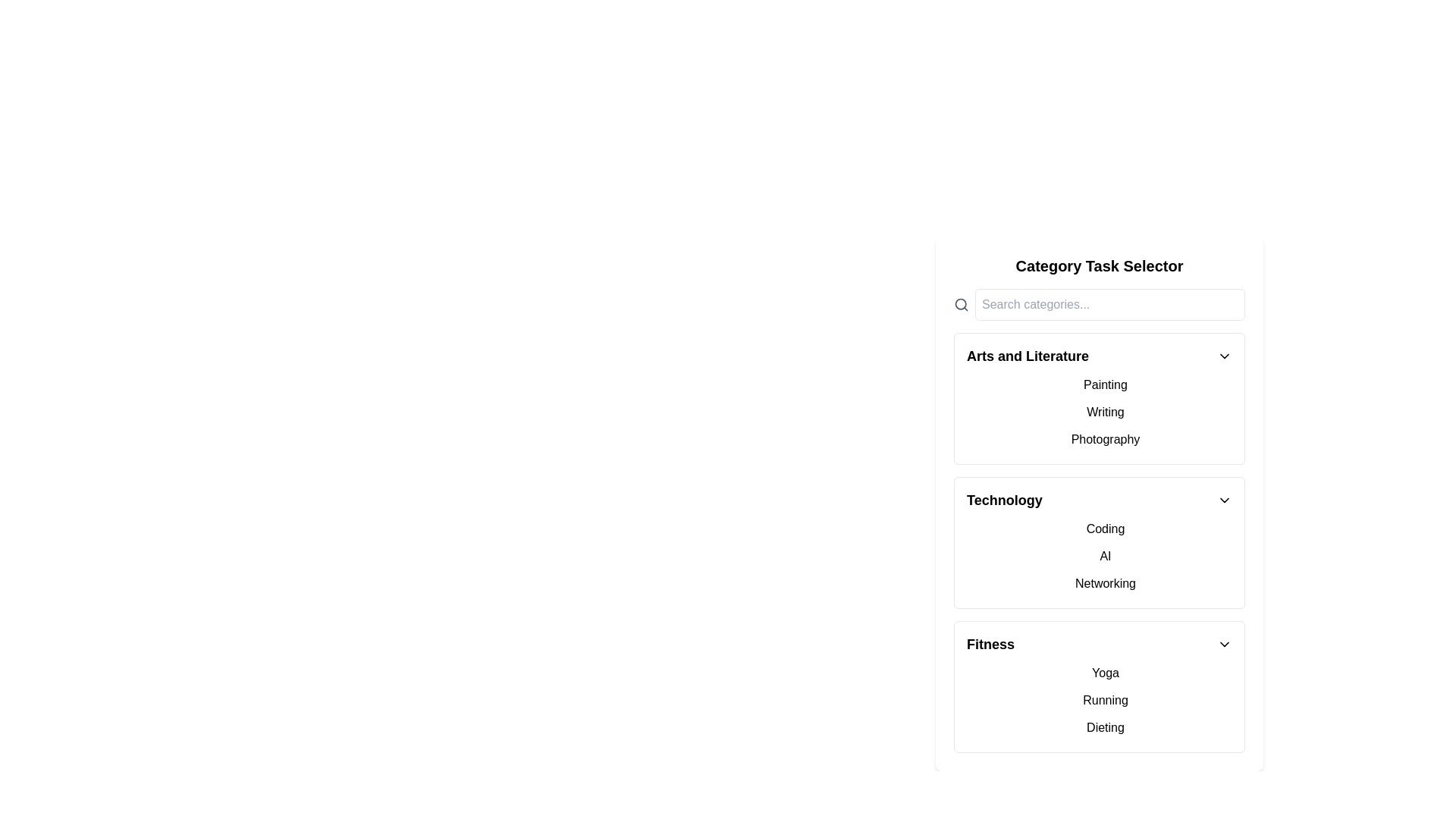  I want to click on the decorative circle representing the lens of the magnifying glass in the search icon located near the top left corner of the right-hand panel labeled 'Category Task Selector', so click(960, 304).